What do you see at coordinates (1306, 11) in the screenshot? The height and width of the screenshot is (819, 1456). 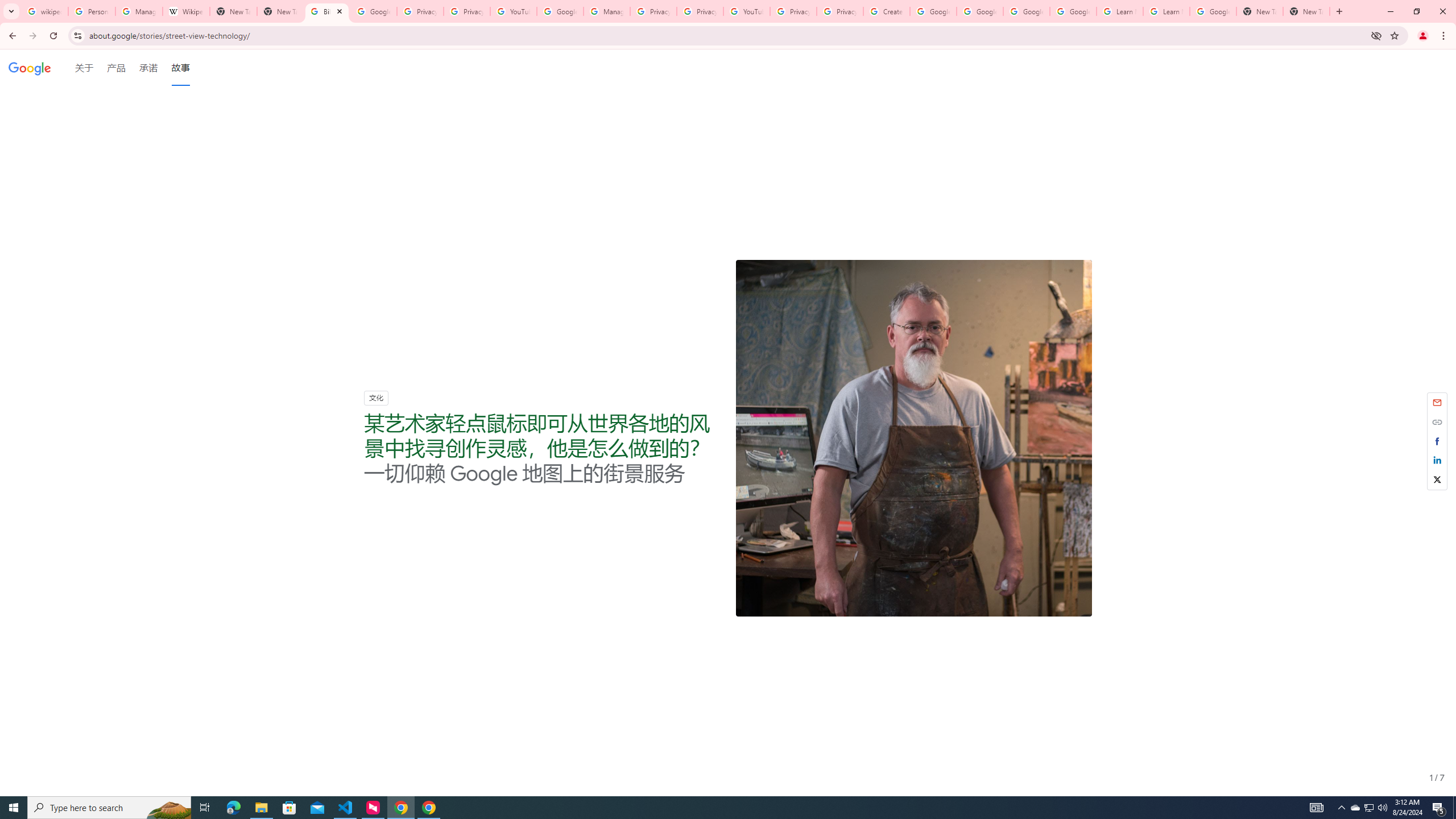 I see `'New Tab'` at bounding box center [1306, 11].